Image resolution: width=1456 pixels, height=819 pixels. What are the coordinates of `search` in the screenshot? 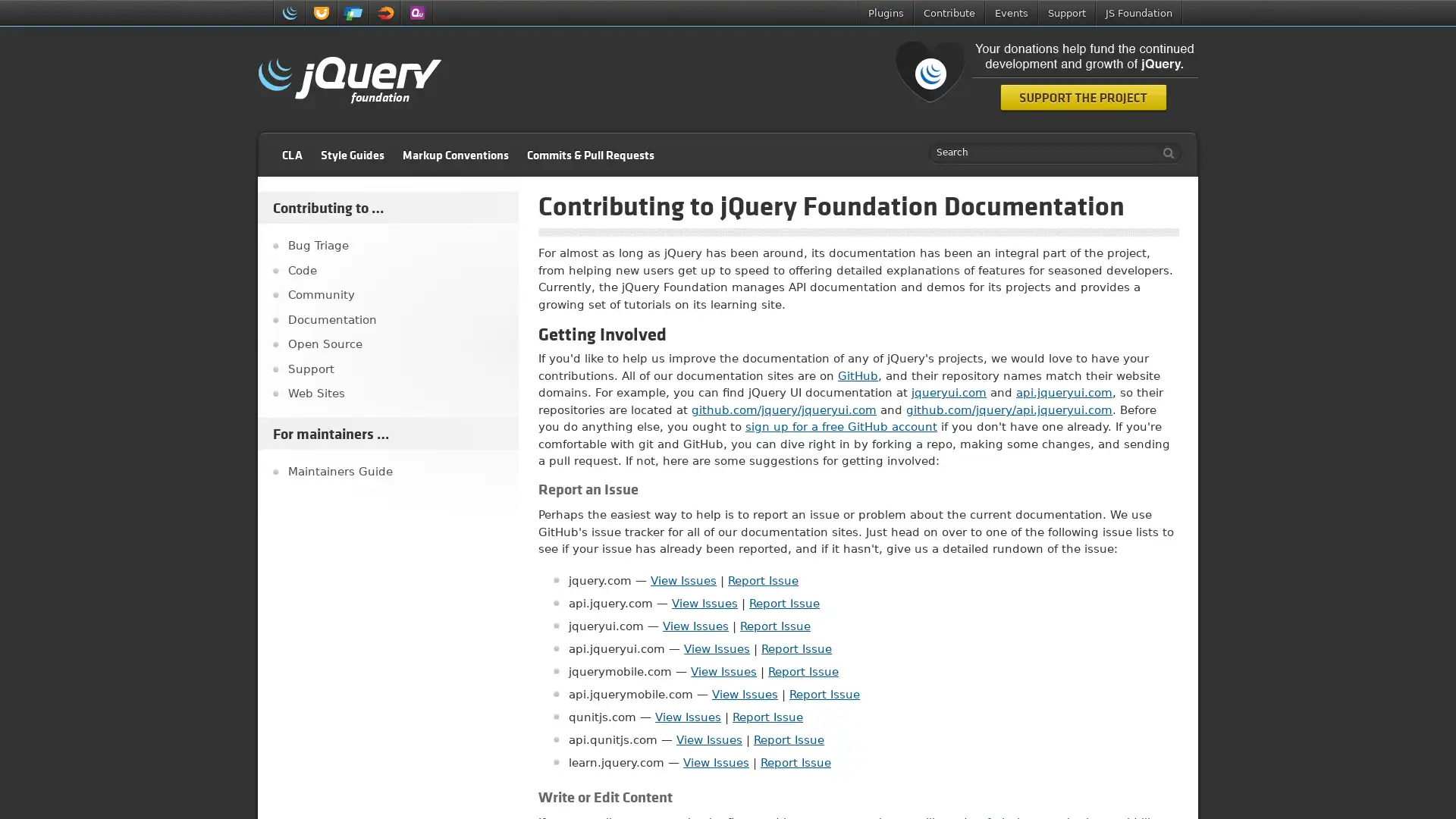 It's located at (1164, 152).